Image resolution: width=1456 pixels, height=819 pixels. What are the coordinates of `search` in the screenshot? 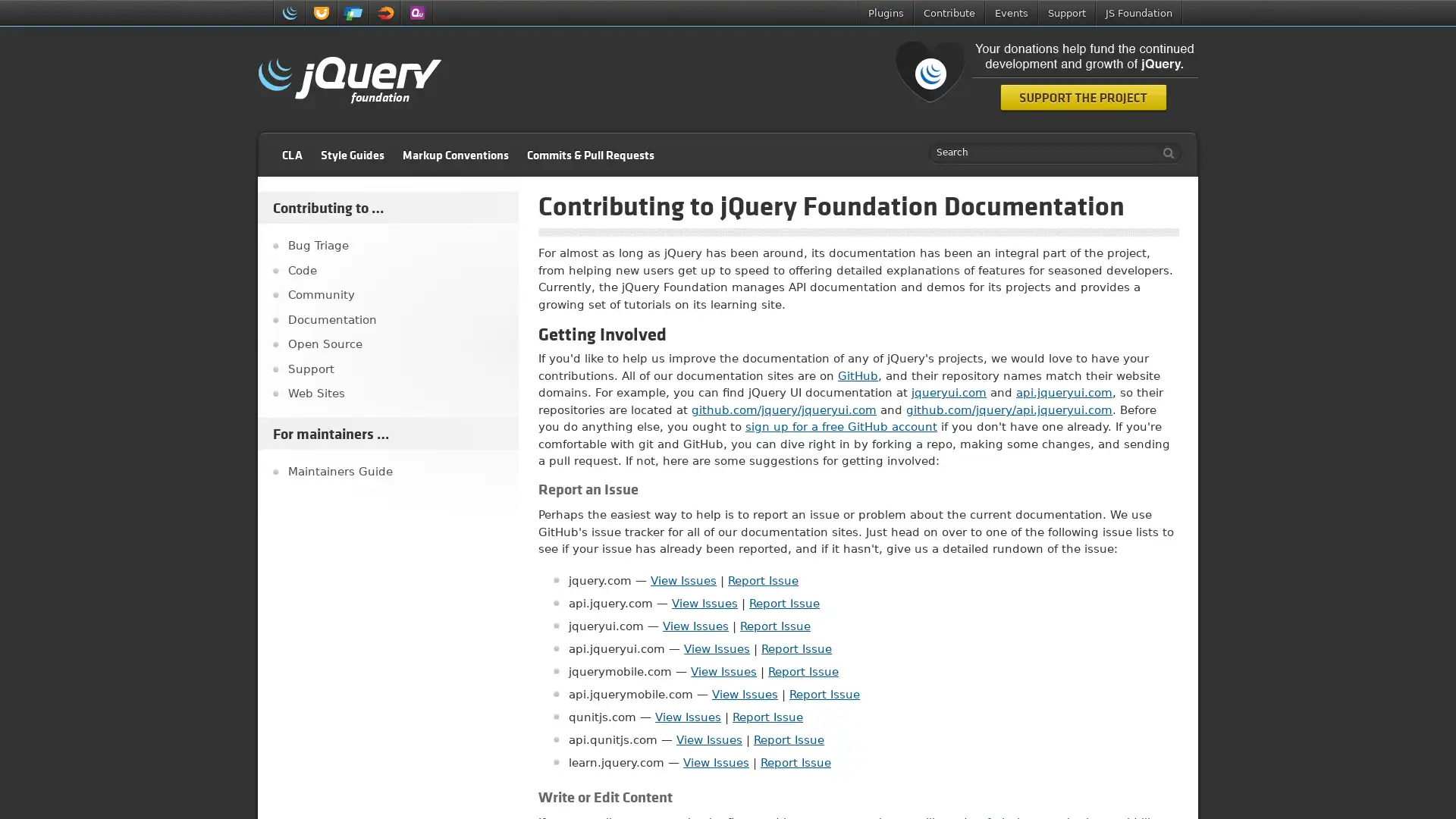 It's located at (1164, 152).